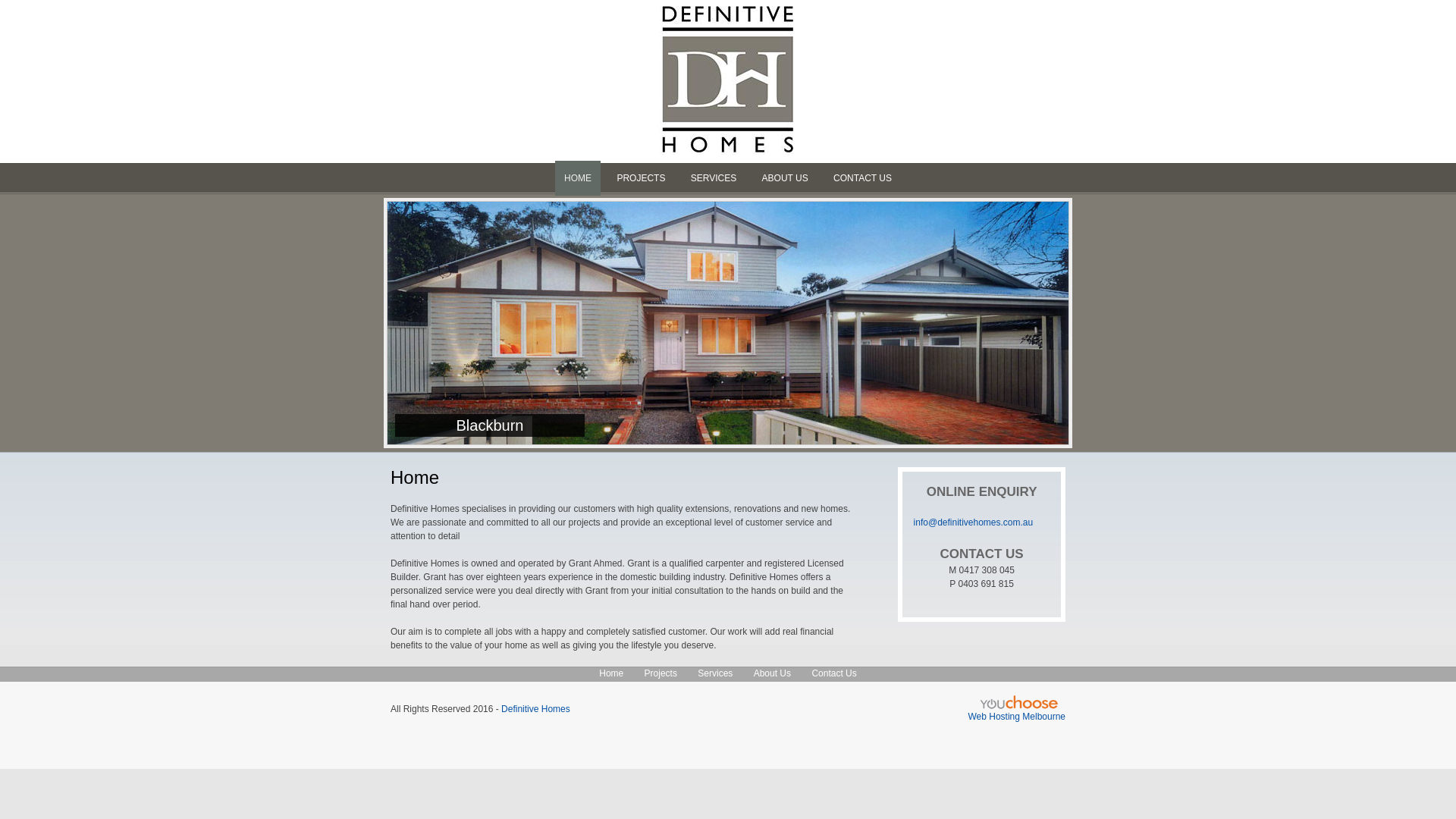 This screenshot has width=1456, height=819. I want to click on 'Projects', so click(661, 672).